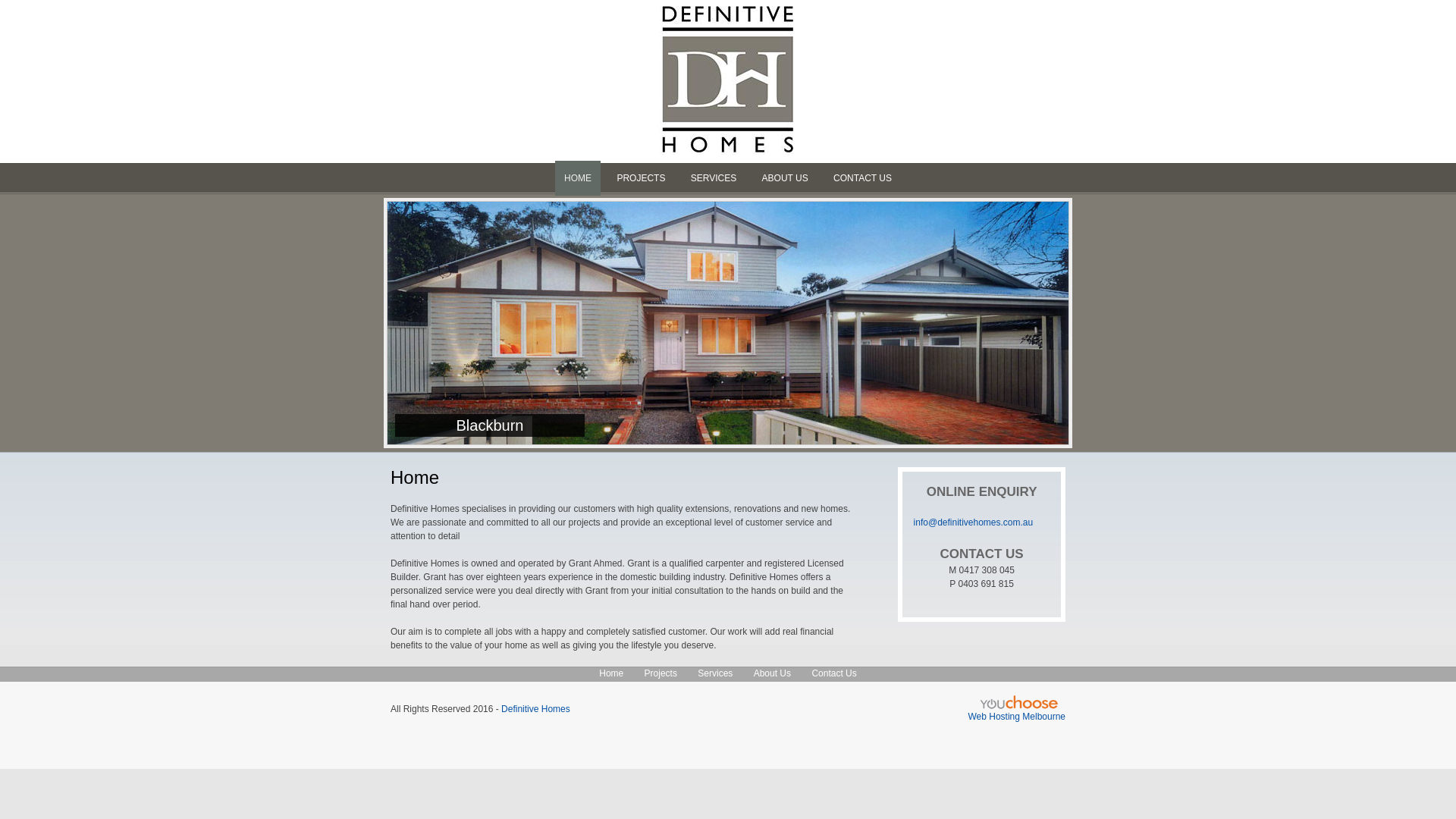 This screenshot has width=1456, height=819. I want to click on 'Projects', so click(661, 672).